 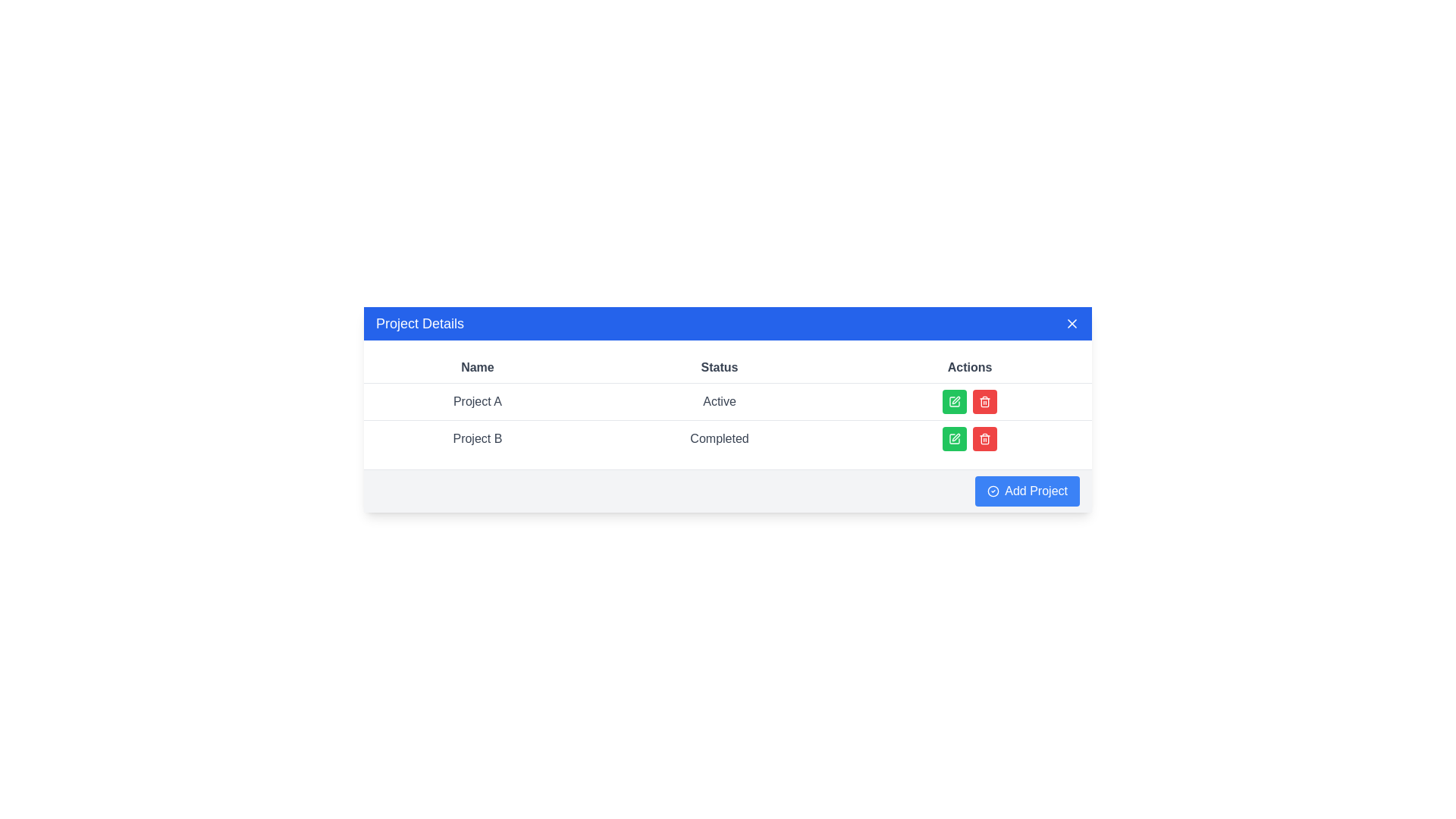 I want to click on the 'X' icon styled as an SVG graphic located at the far right side of the 'Project Details' header, so click(x=1072, y=322).